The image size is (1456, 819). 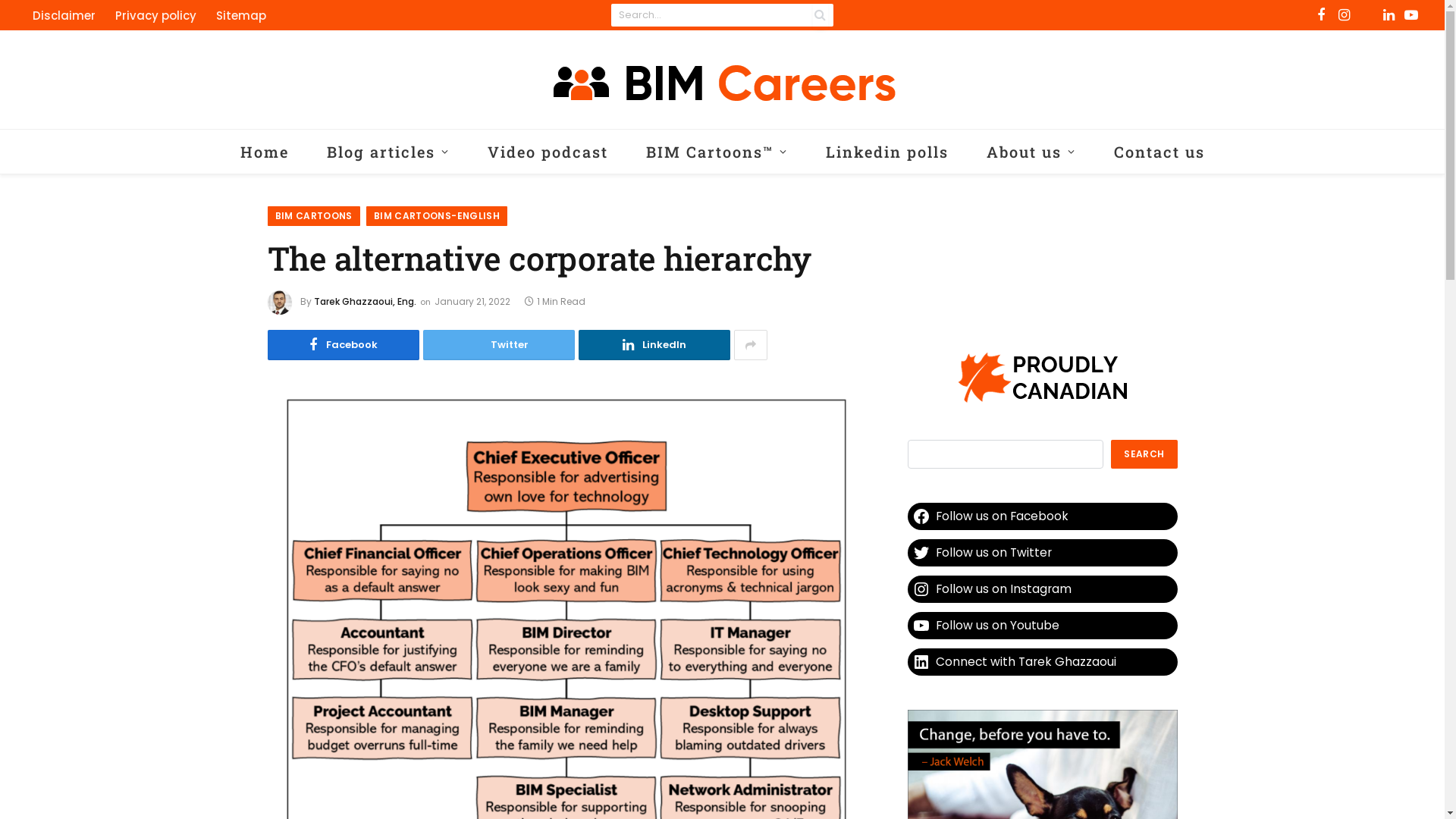 I want to click on 'Privacy policy', so click(x=105, y=14).